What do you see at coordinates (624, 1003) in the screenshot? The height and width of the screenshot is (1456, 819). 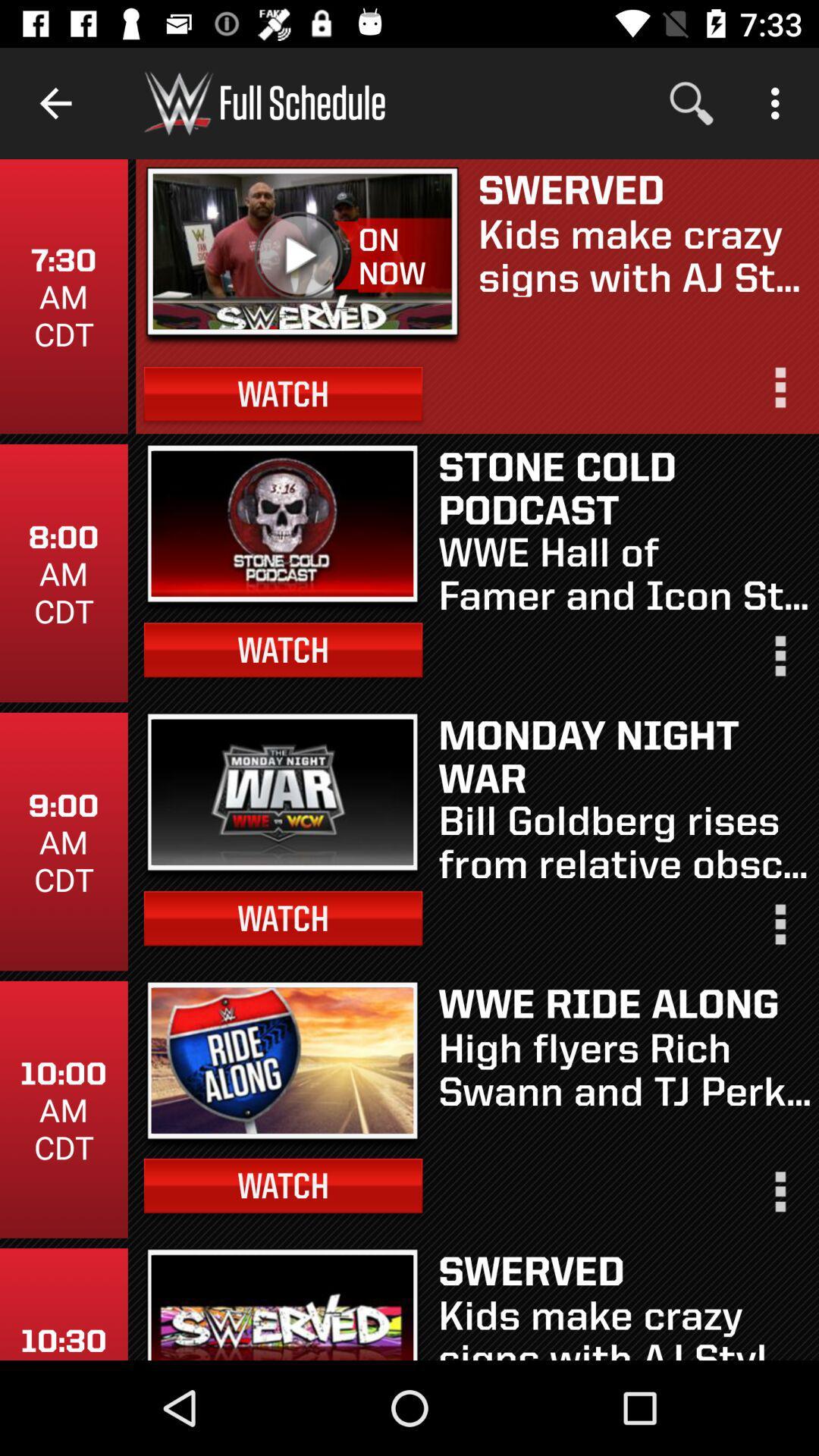 I see `the icon above the high flyers rich` at bounding box center [624, 1003].